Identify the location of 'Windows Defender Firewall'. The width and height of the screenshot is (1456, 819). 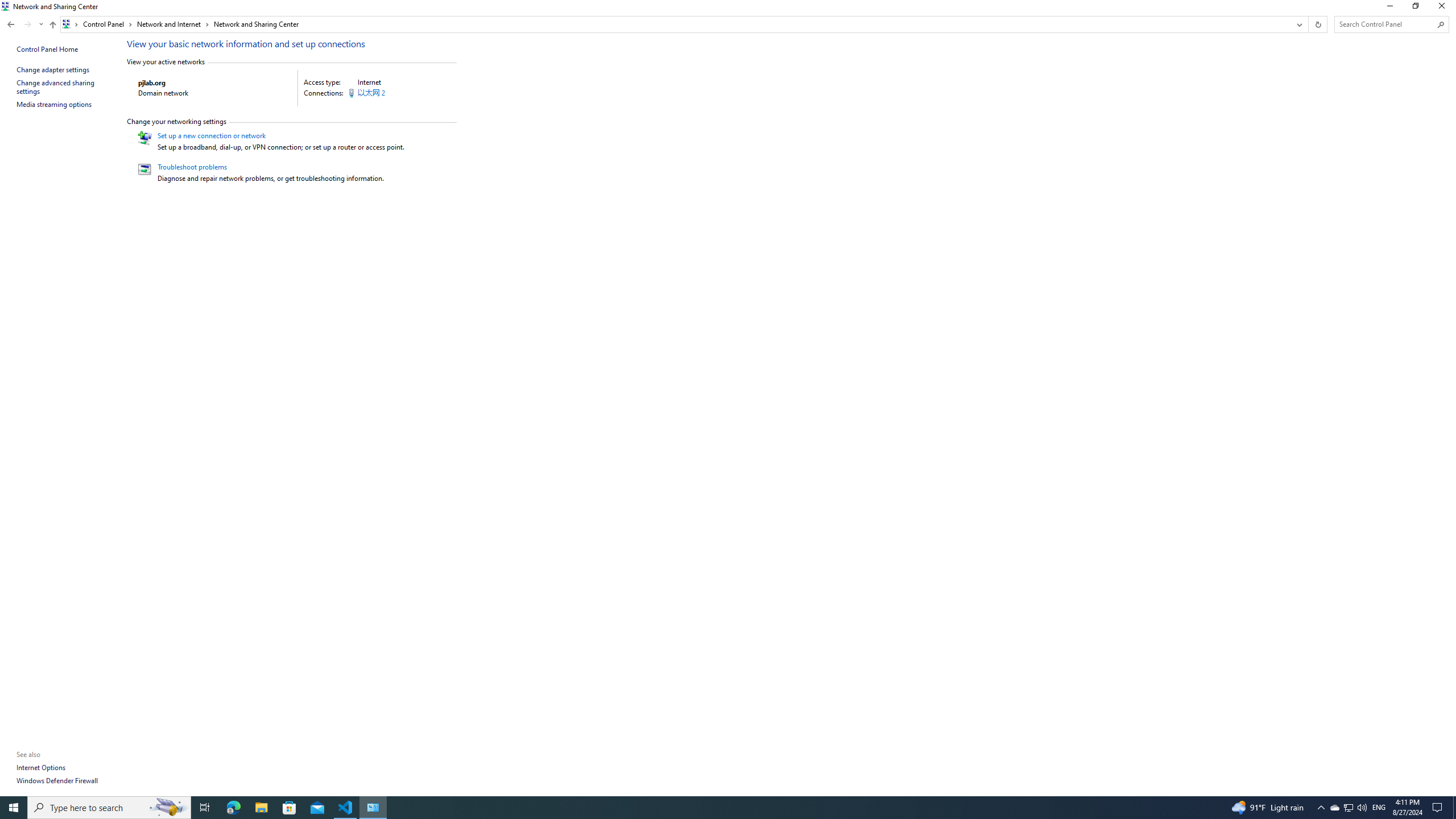
(57, 780).